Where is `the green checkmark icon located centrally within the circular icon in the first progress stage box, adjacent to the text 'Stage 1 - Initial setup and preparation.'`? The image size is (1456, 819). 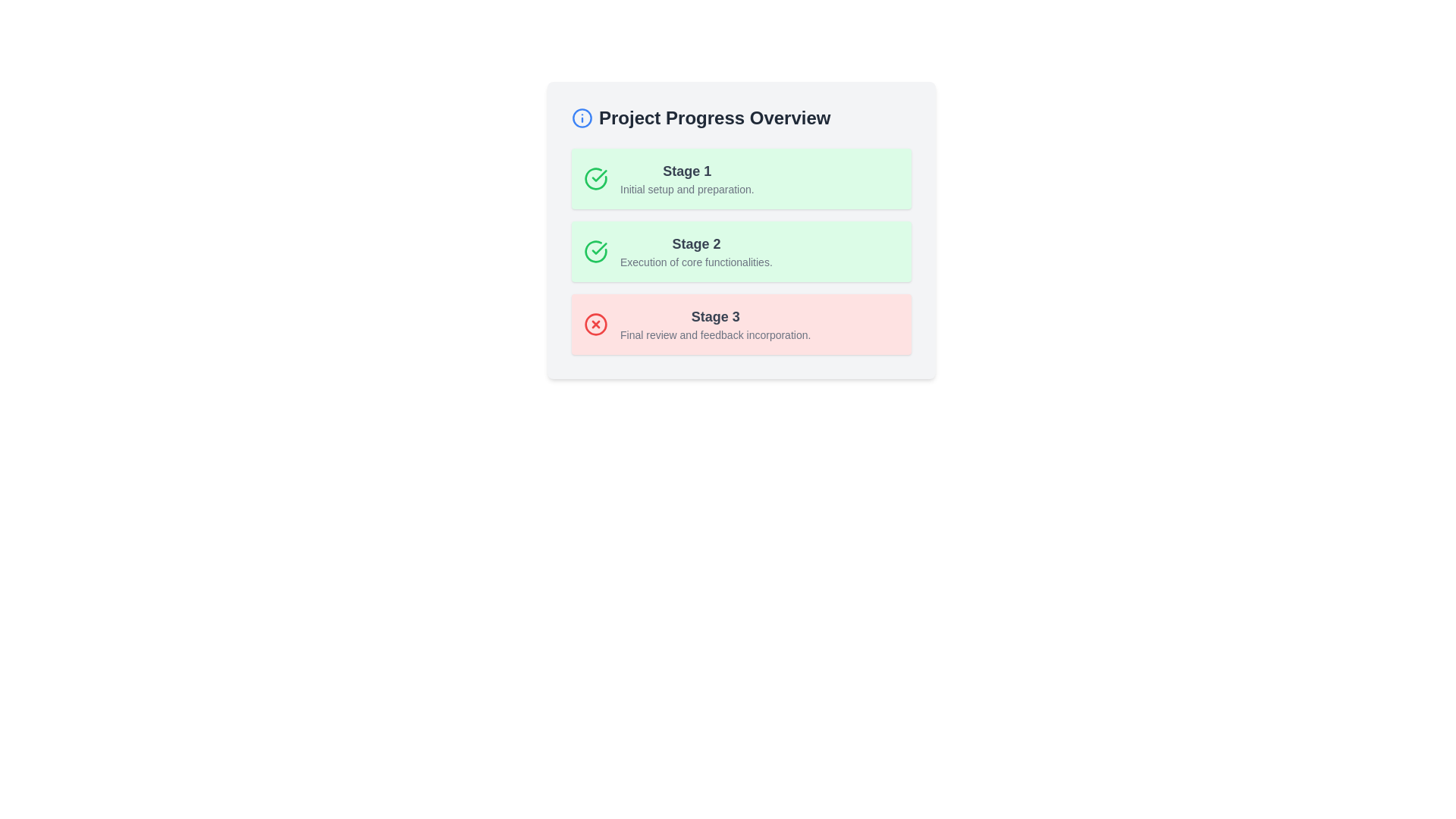
the green checkmark icon located centrally within the circular icon in the first progress stage box, adjacent to the text 'Stage 1 - Initial setup and preparation.' is located at coordinates (598, 247).